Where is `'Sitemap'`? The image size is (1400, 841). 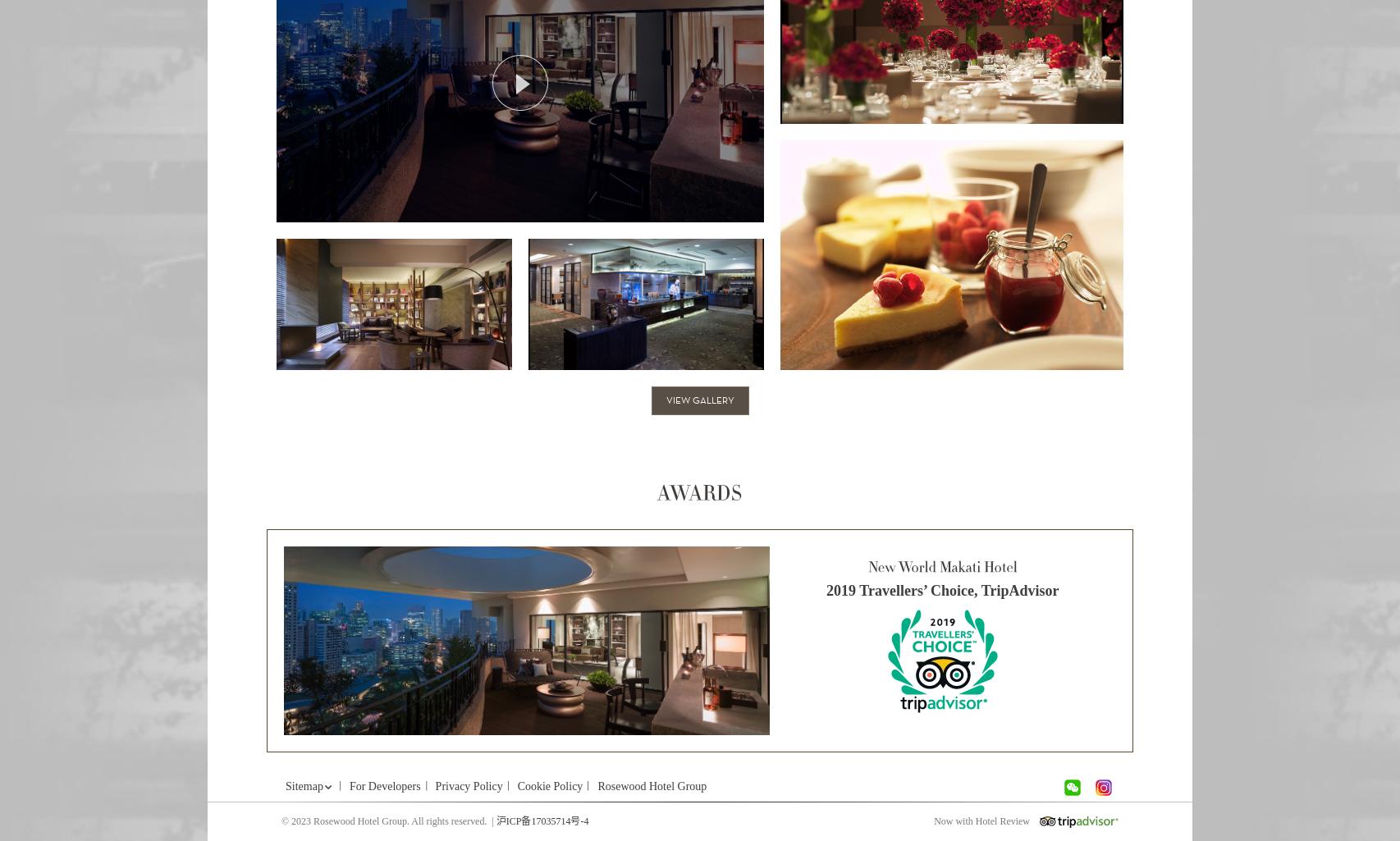
'Sitemap' is located at coordinates (304, 786).